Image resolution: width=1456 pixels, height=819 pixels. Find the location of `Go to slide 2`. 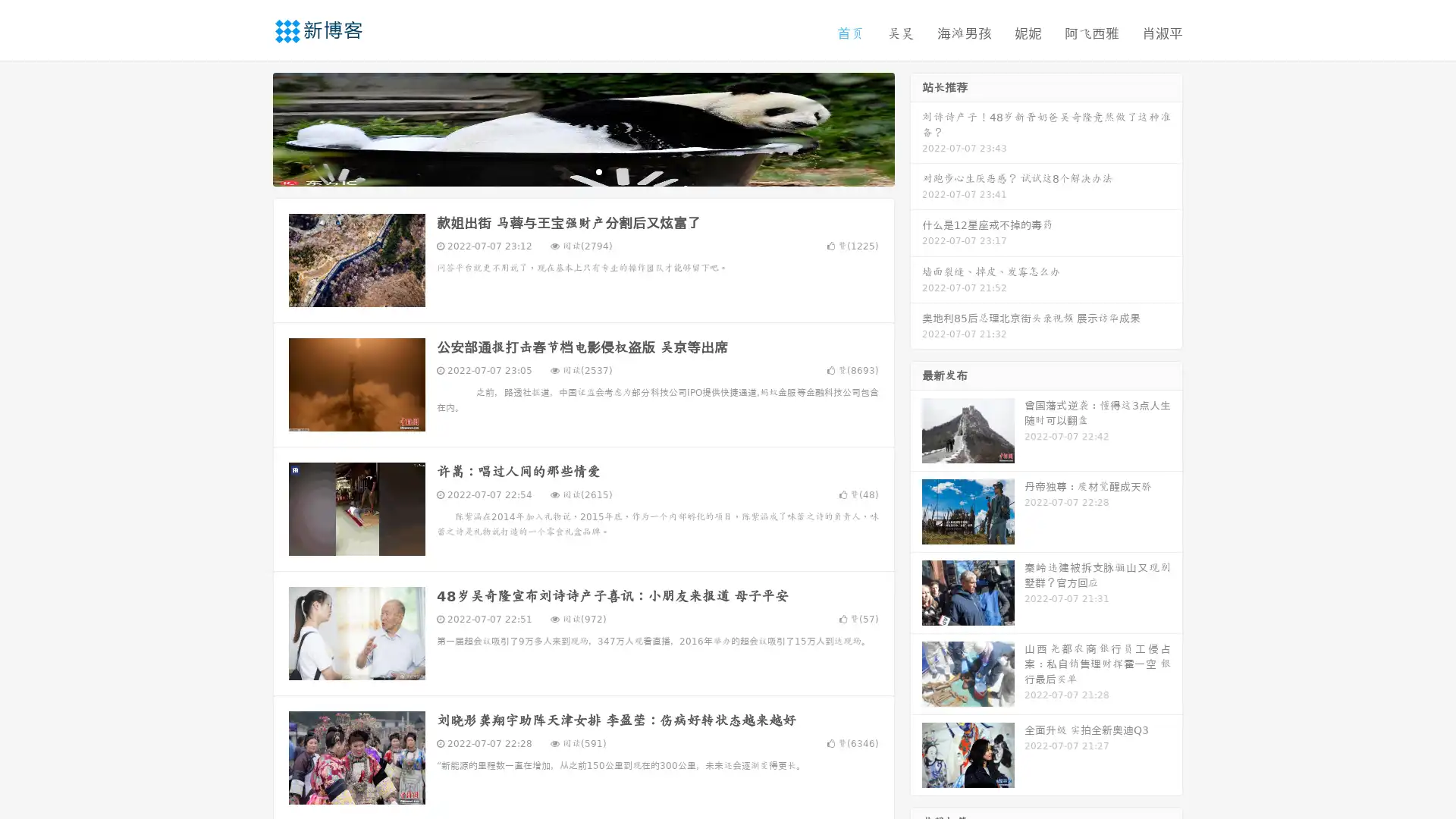

Go to slide 2 is located at coordinates (582, 171).